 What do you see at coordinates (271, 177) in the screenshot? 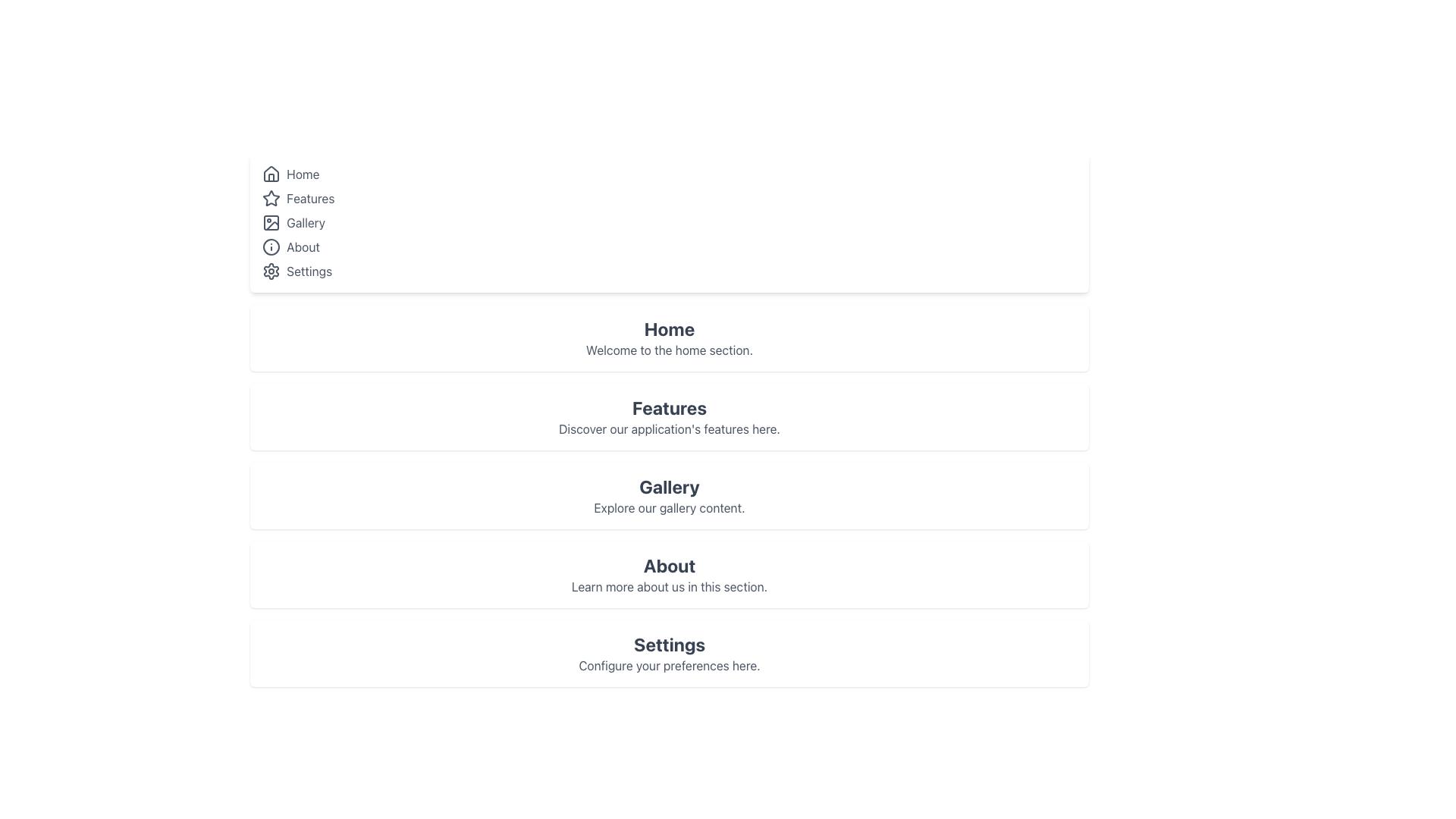
I see `the door element of the house icon, which is a vertical rectangular shape located in the lower-central part of the SVG graphic` at bounding box center [271, 177].